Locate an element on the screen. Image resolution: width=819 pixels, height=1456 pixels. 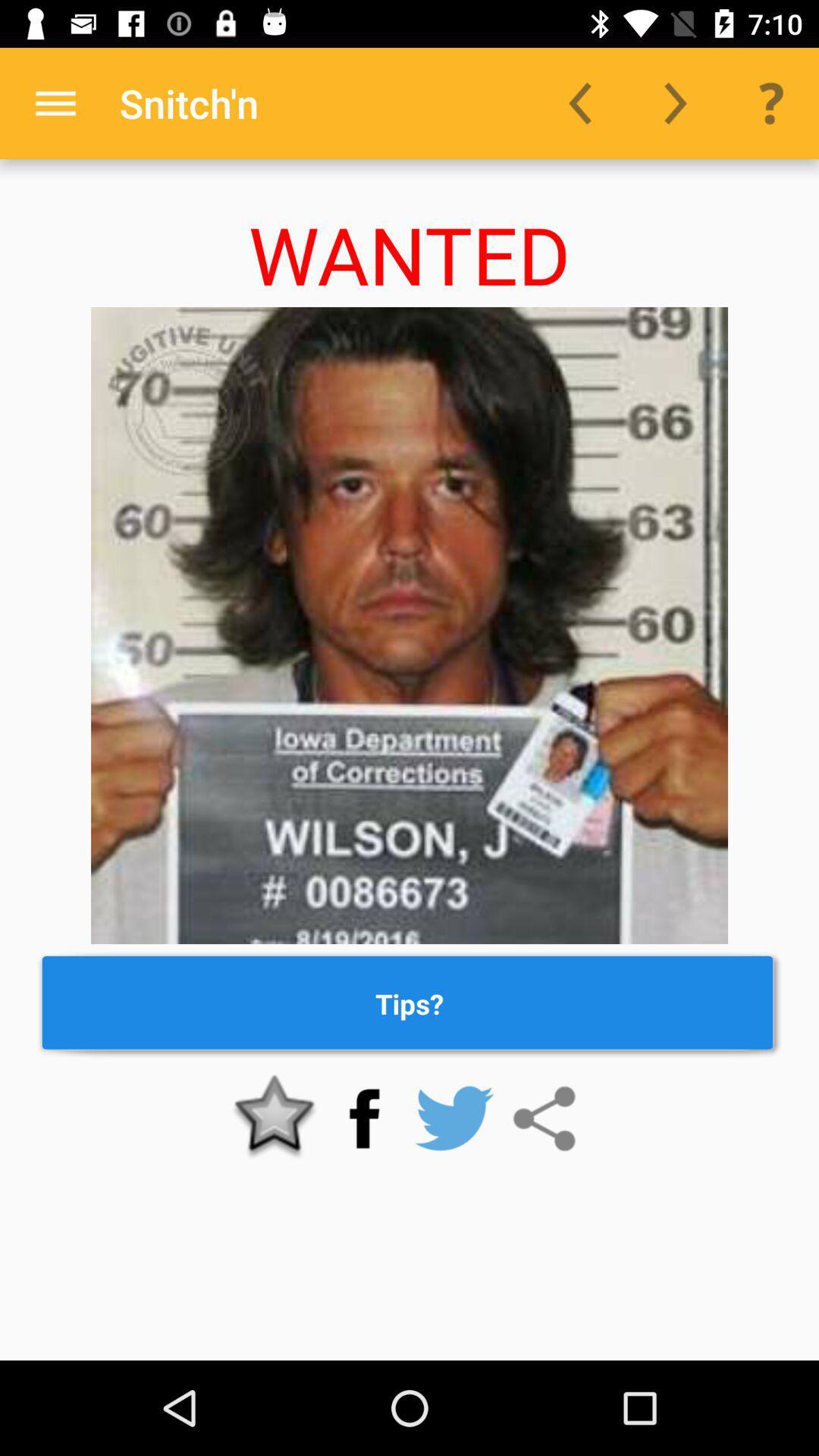
twitter link is located at coordinates (453, 1119).